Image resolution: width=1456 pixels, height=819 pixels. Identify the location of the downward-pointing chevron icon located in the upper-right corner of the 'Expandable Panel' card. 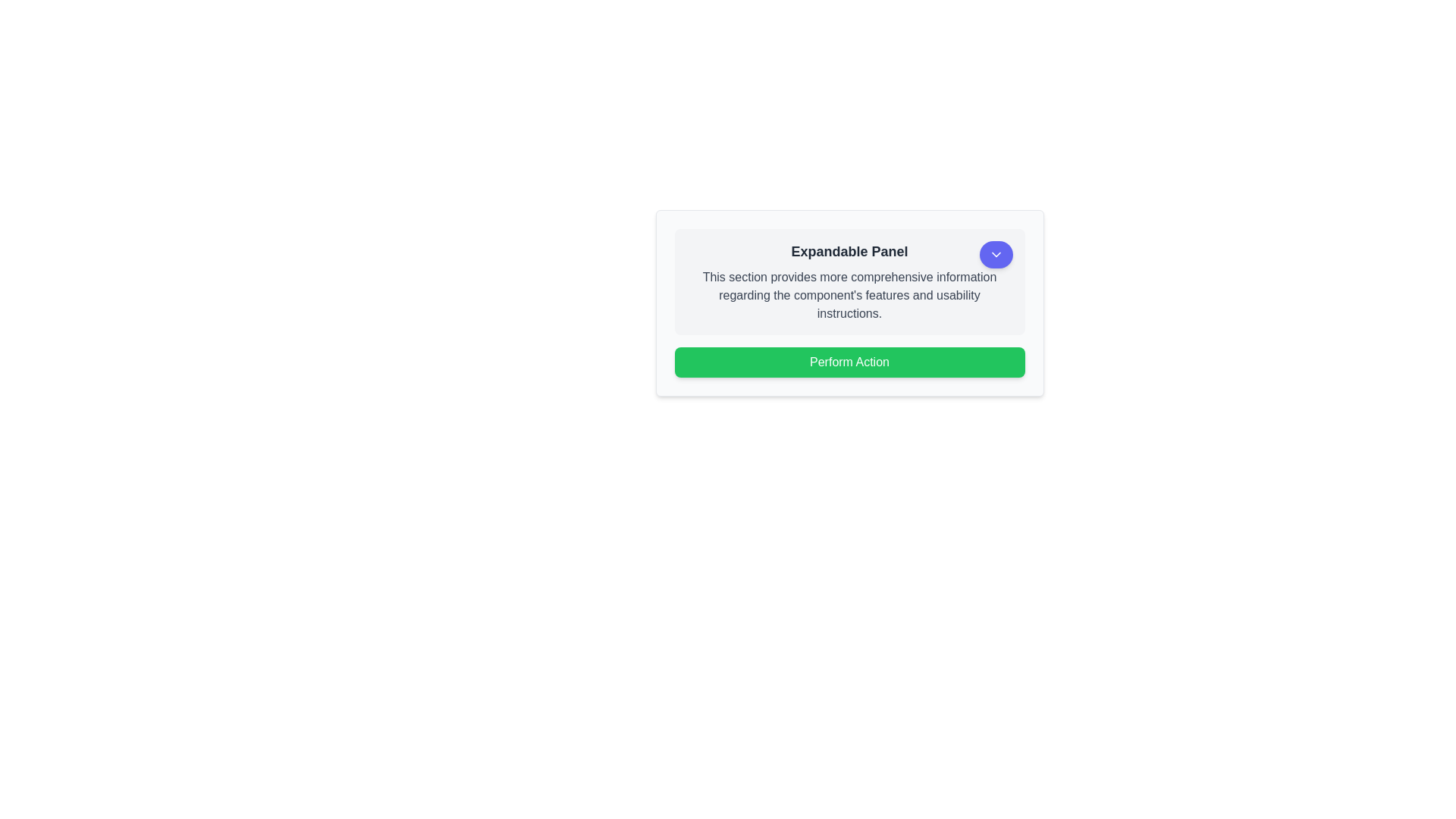
(996, 253).